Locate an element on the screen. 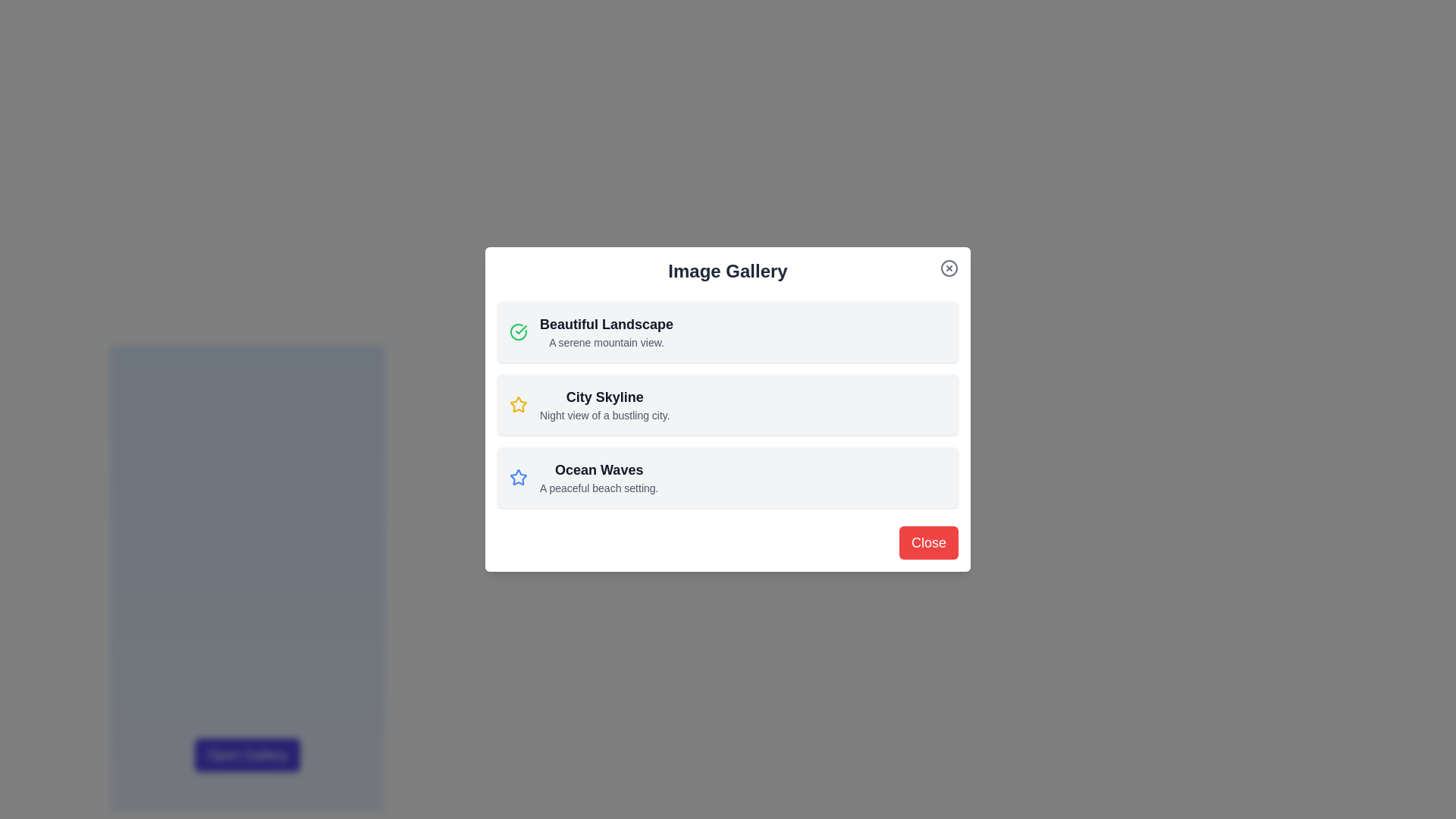 The image size is (1456, 819). the second list item in the central part of a modal window that represents an item in a gallery or listing is located at coordinates (728, 403).